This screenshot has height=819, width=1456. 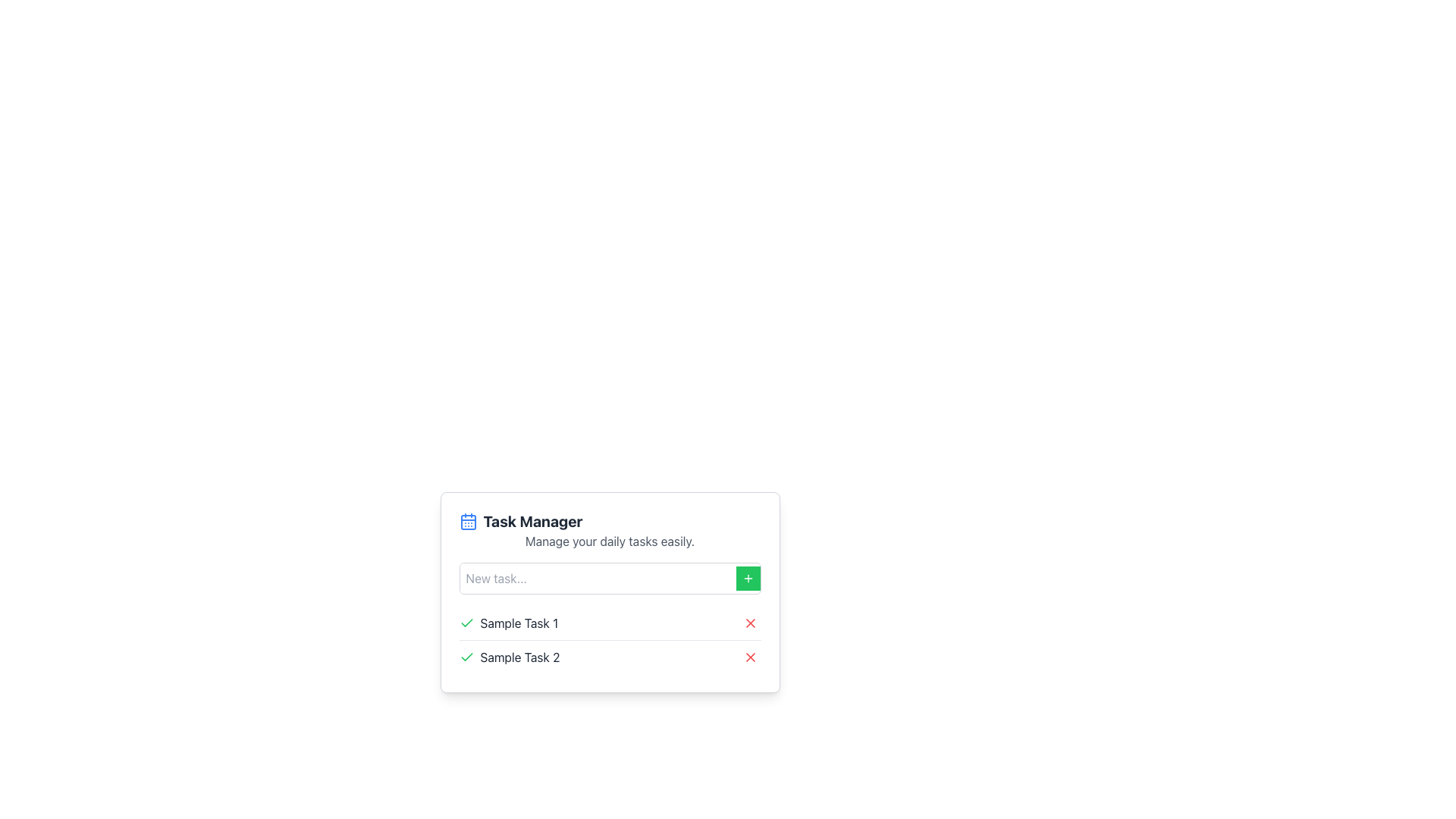 What do you see at coordinates (748, 579) in the screenshot?
I see `the plus sign icon located at the center of the green circular button to the right of the 'New Task...' input box for tooltip or visual feedback` at bounding box center [748, 579].